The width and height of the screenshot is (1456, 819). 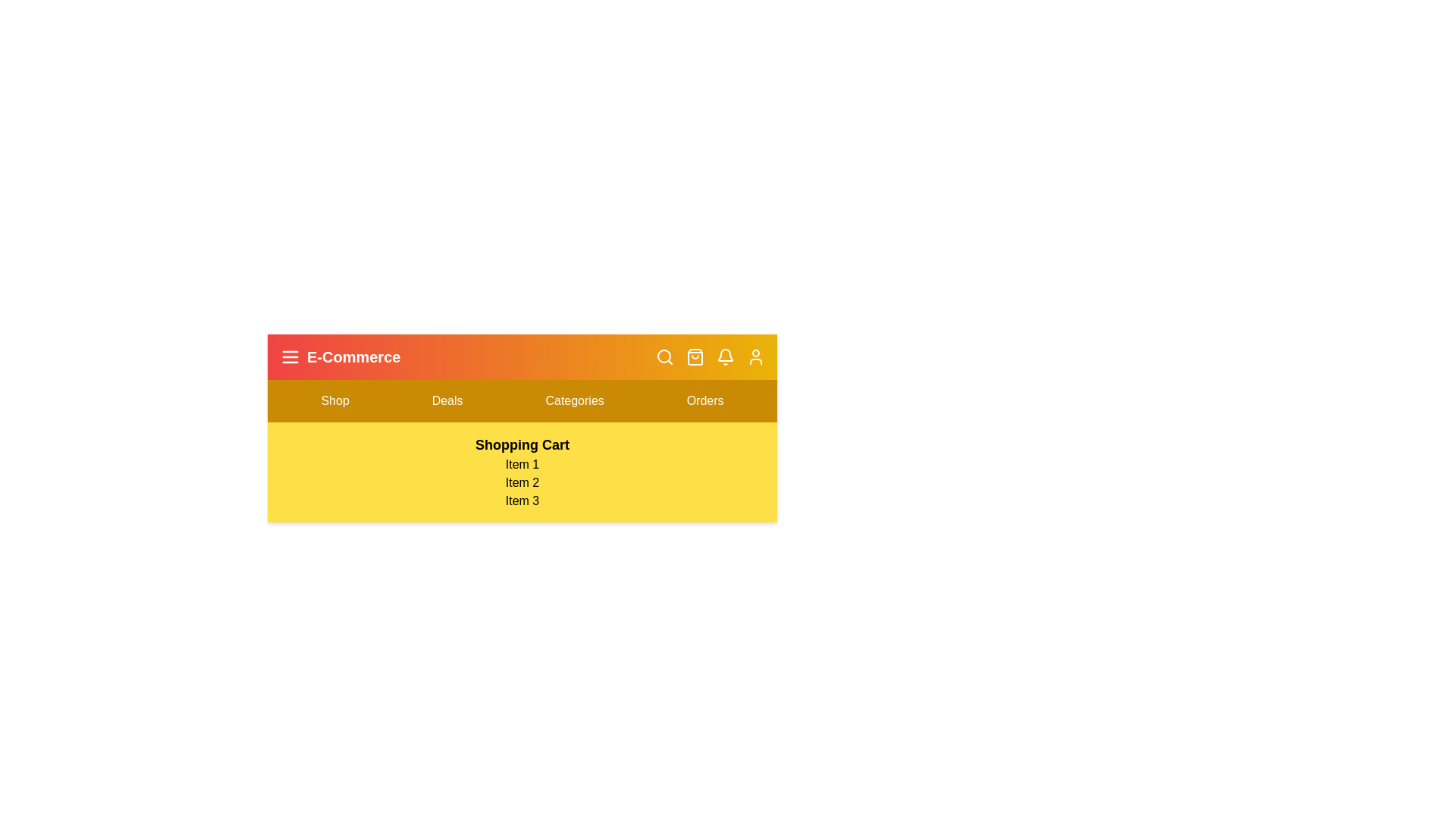 What do you see at coordinates (704, 400) in the screenshot?
I see `the menu item Orders from the navigation bar` at bounding box center [704, 400].